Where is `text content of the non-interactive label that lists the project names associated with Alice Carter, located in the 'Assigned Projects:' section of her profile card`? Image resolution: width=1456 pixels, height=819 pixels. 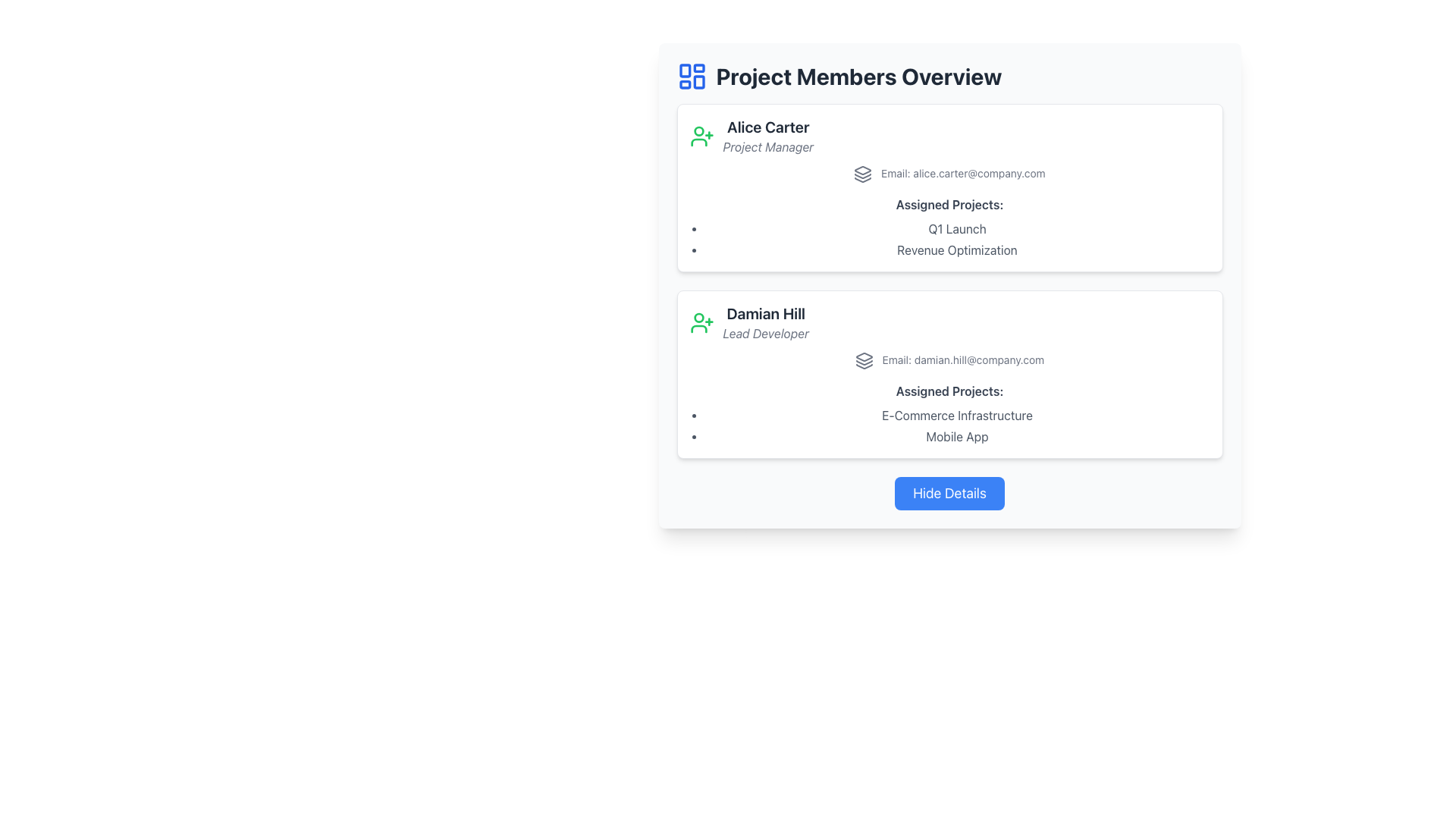 text content of the non-interactive label that lists the project names associated with Alice Carter, located in the 'Assigned Projects:' section of her profile card is located at coordinates (956, 239).